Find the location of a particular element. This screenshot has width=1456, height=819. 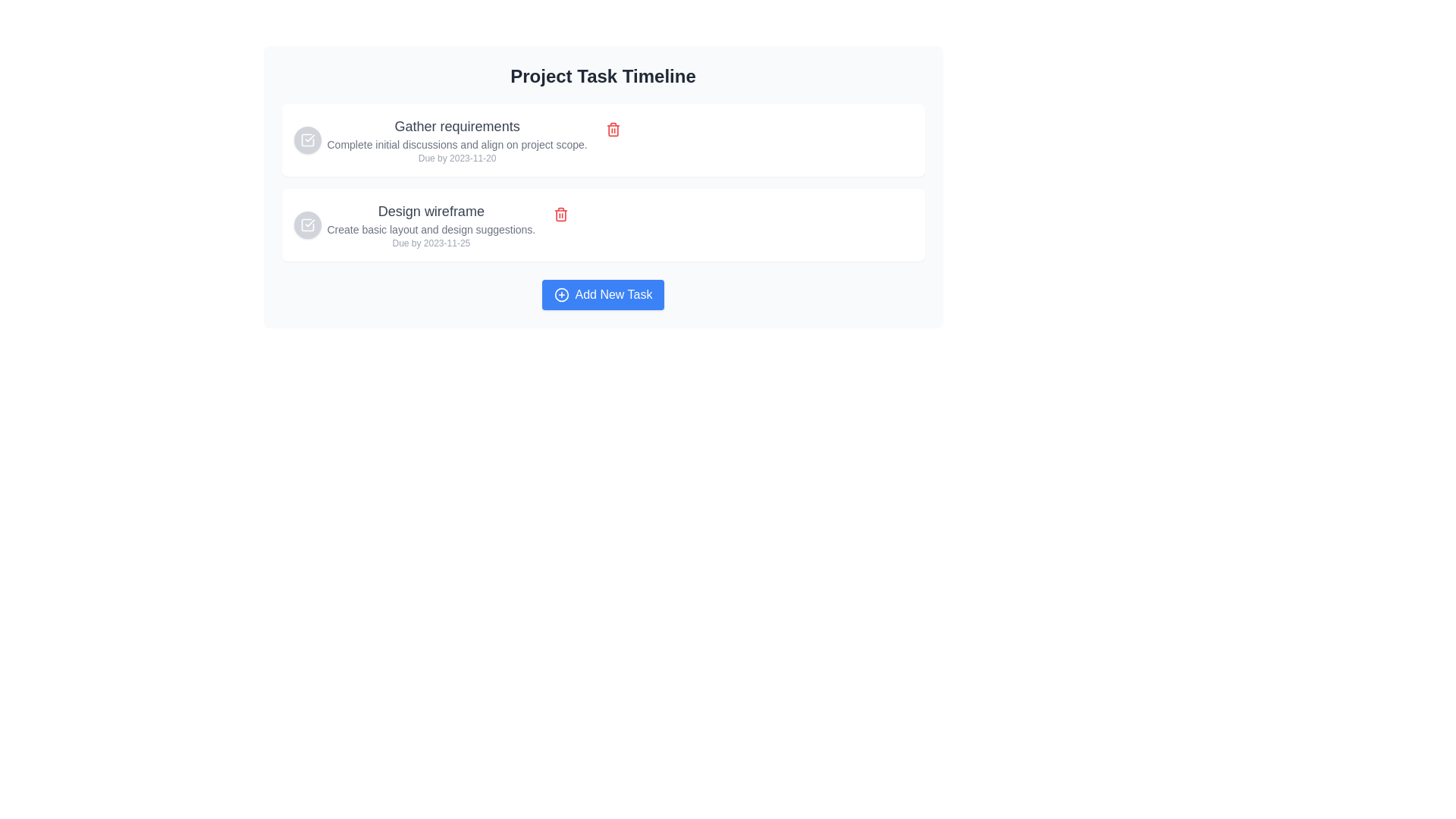

the addition icon located within the 'Add New Task' button, which is positioned to the left of the text label, indicating its role in creating a new task is located at coordinates (560, 295).